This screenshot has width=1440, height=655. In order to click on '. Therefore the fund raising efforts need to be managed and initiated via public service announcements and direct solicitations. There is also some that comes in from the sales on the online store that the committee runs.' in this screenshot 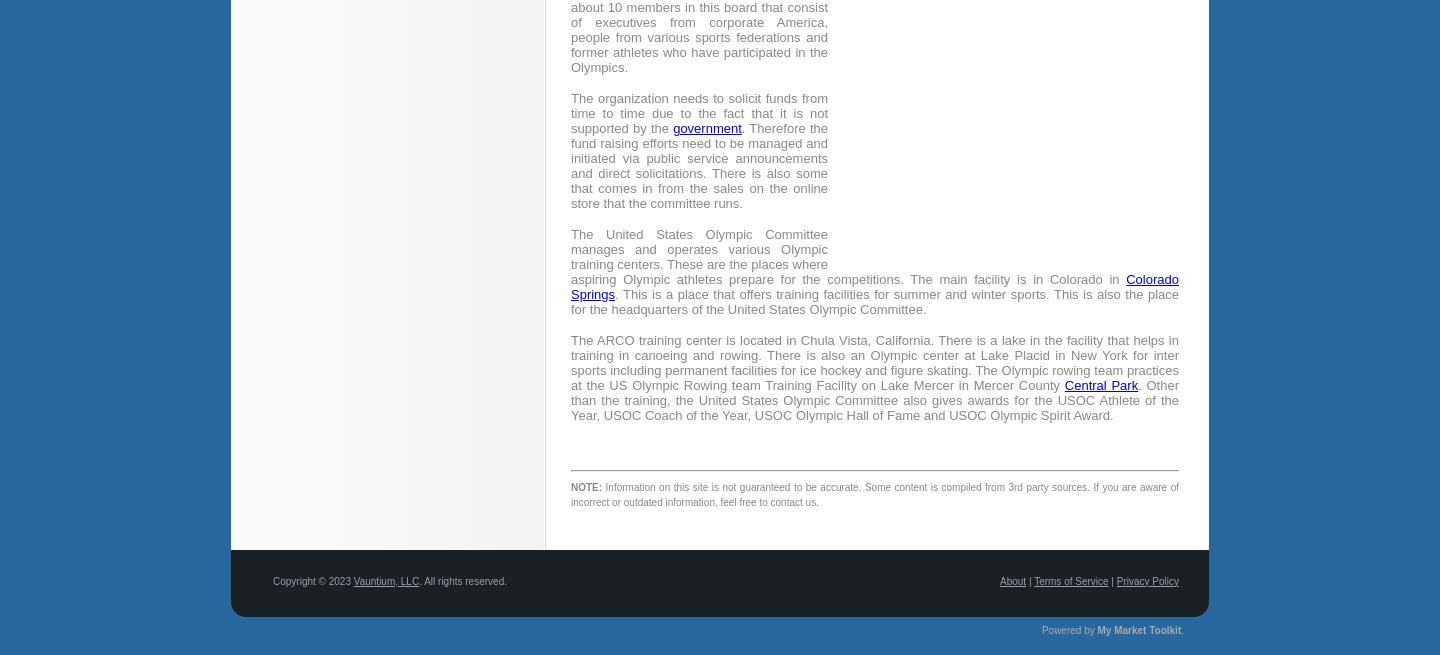, I will do `click(570, 165)`.